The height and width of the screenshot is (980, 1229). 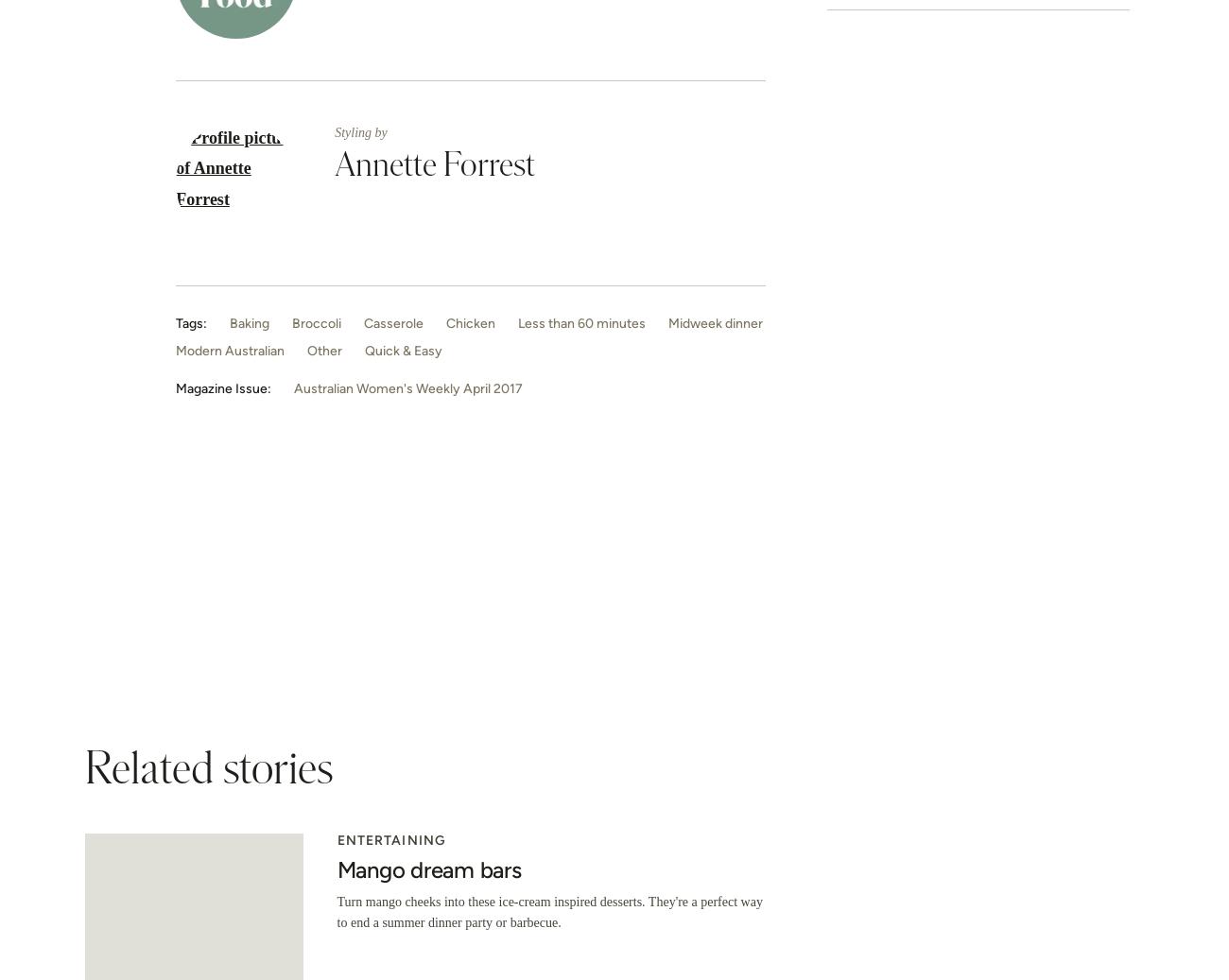 What do you see at coordinates (191, 321) in the screenshot?
I see `'Tags:'` at bounding box center [191, 321].